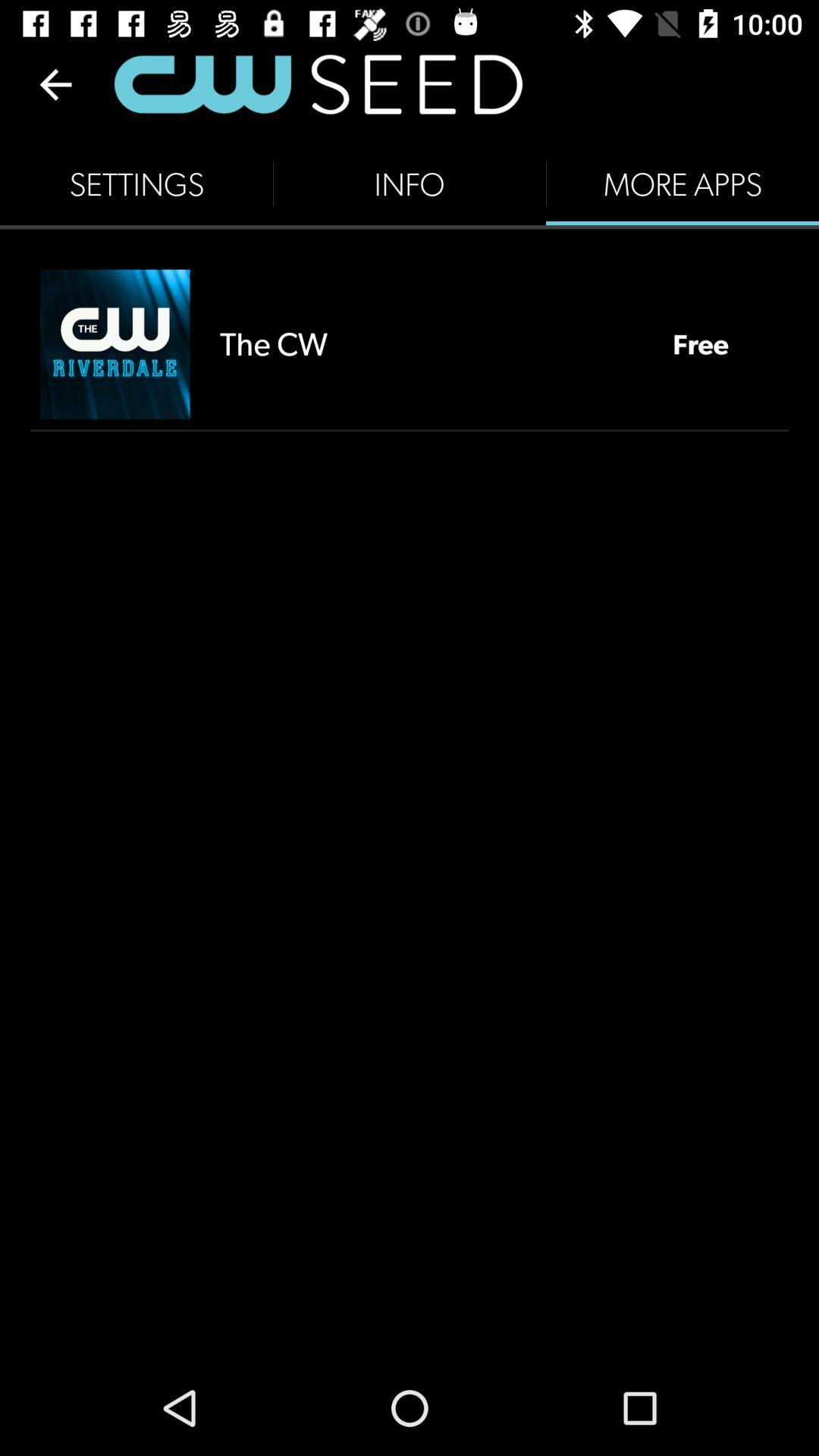 This screenshot has height=1456, width=819. I want to click on the cw, so click(431, 343).